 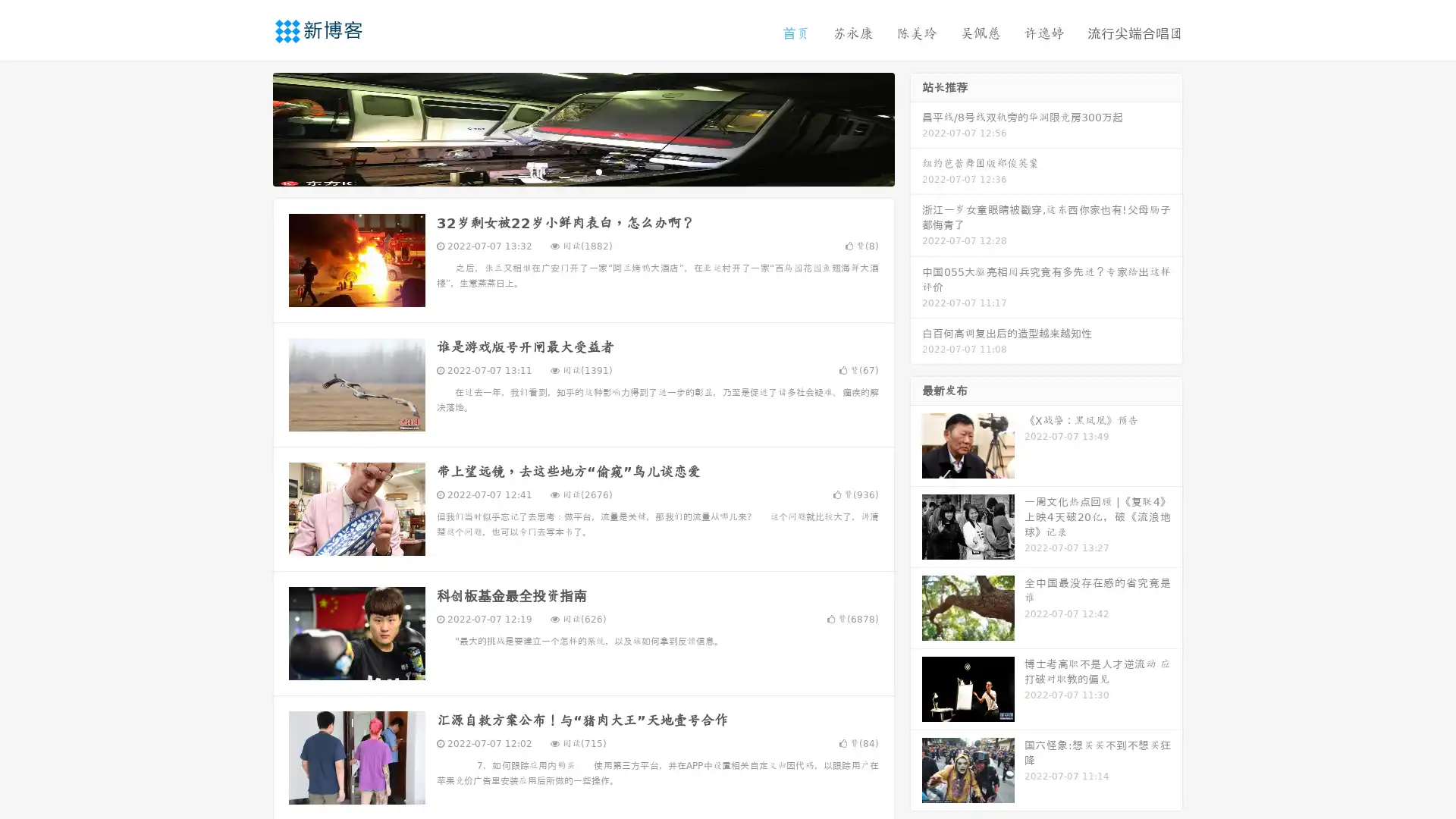 I want to click on Next slide, so click(x=916, y=127).